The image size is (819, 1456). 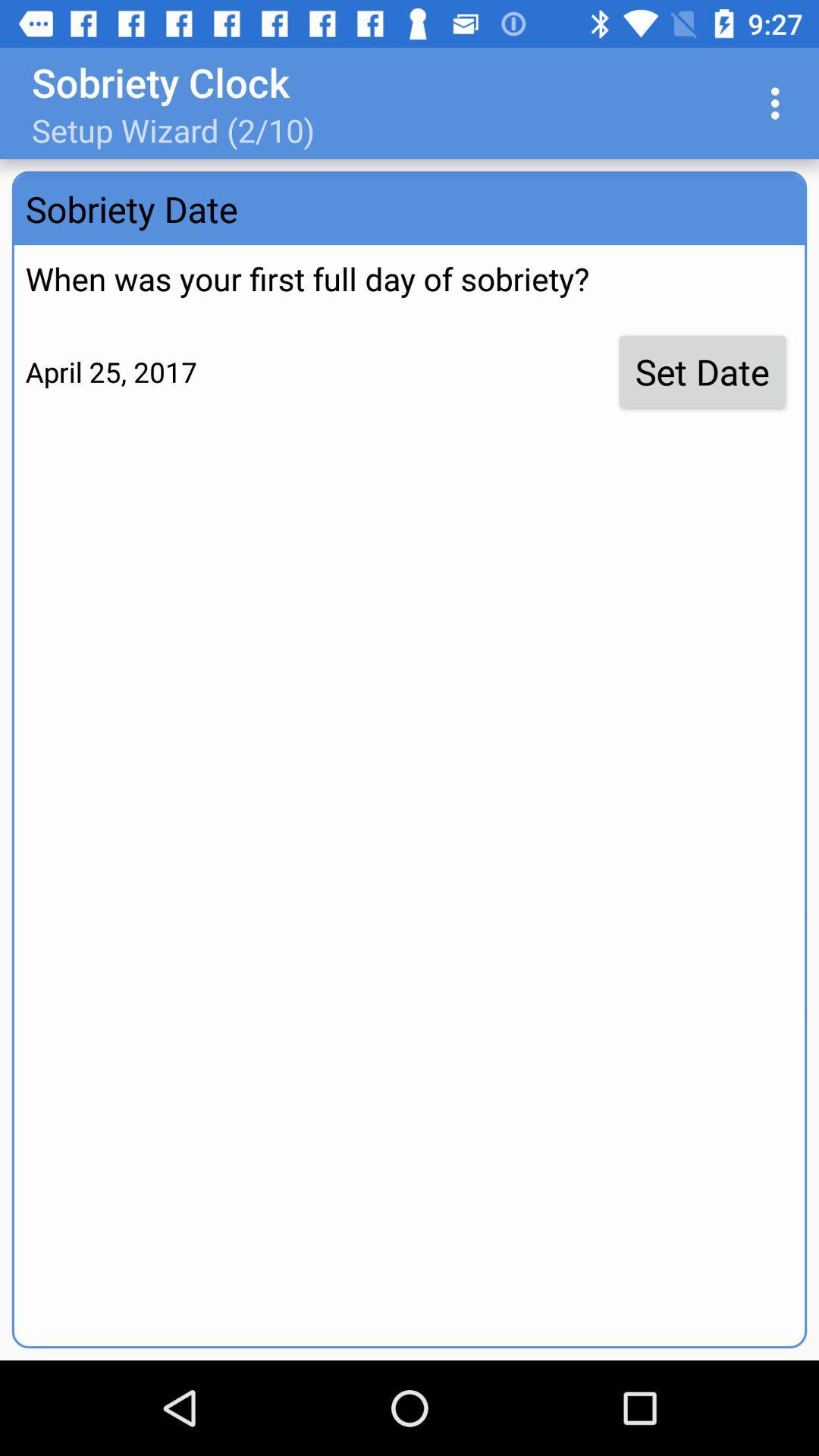 I want to click on the set date item, so click(x=702, y=372).